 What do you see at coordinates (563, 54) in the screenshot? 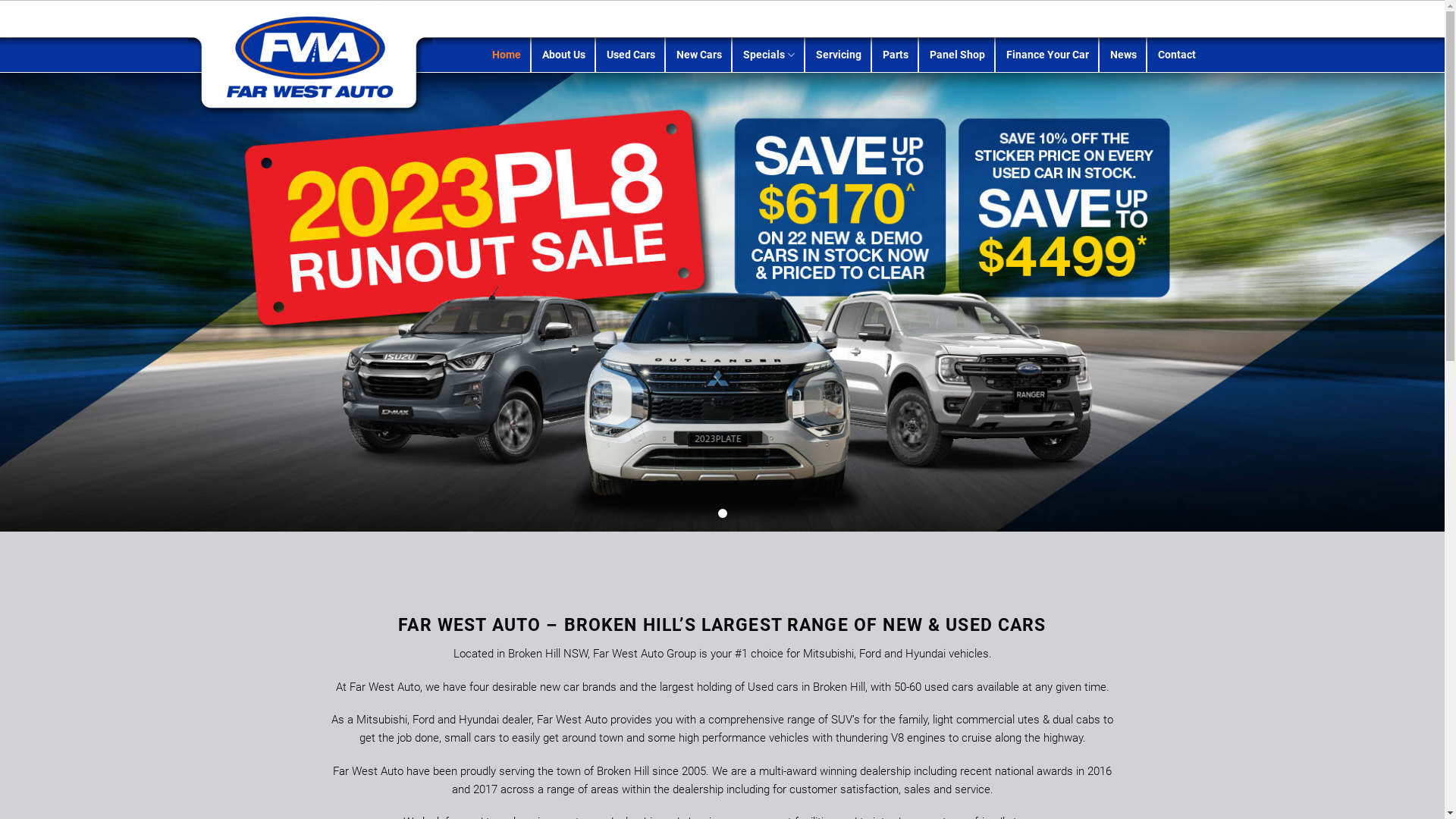
I see `'About Us'` at bounding box center [563, 54].